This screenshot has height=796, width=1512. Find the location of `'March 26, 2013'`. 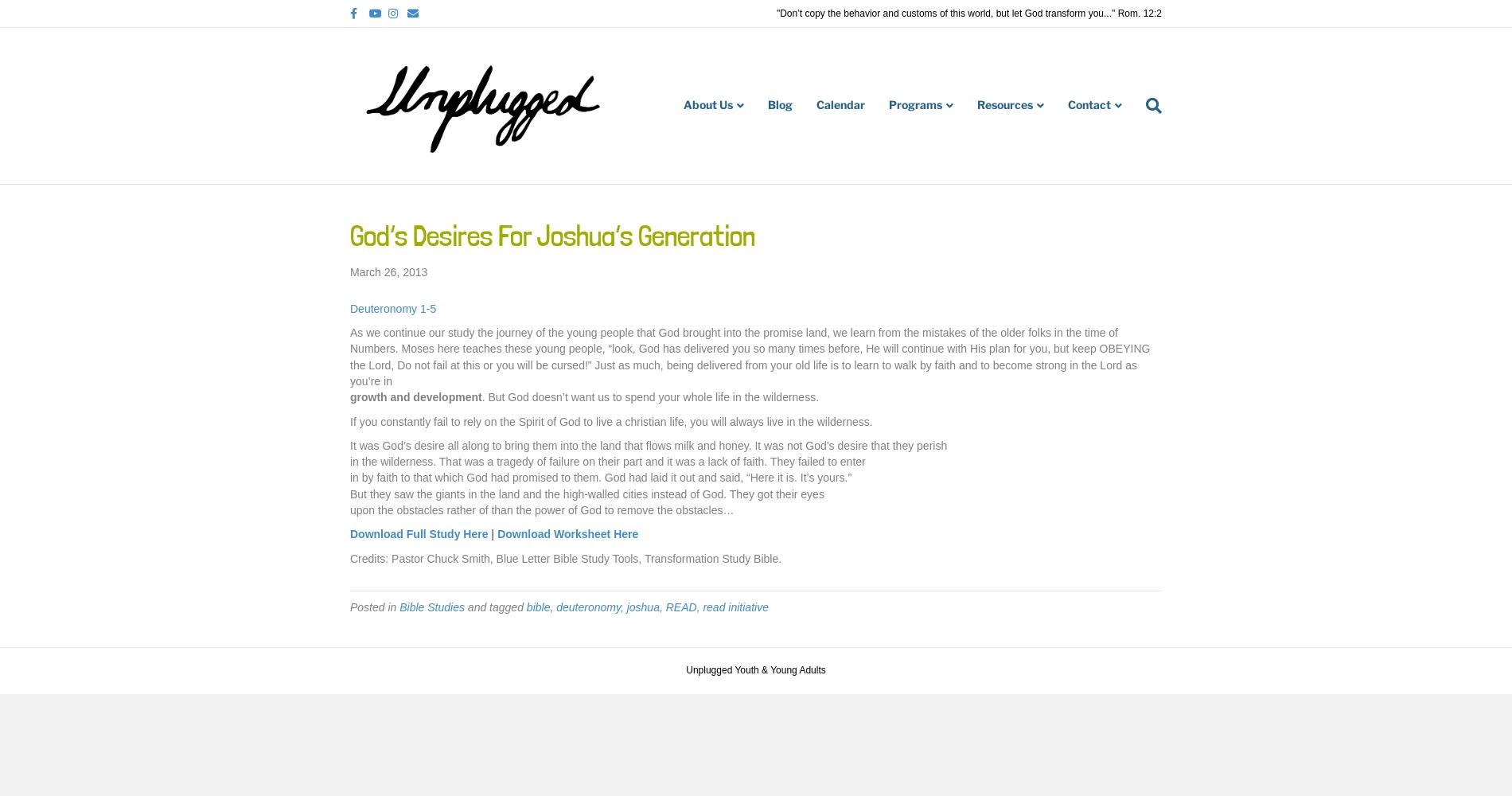

'March 26, 2013' is located at coordinates (388, 271).